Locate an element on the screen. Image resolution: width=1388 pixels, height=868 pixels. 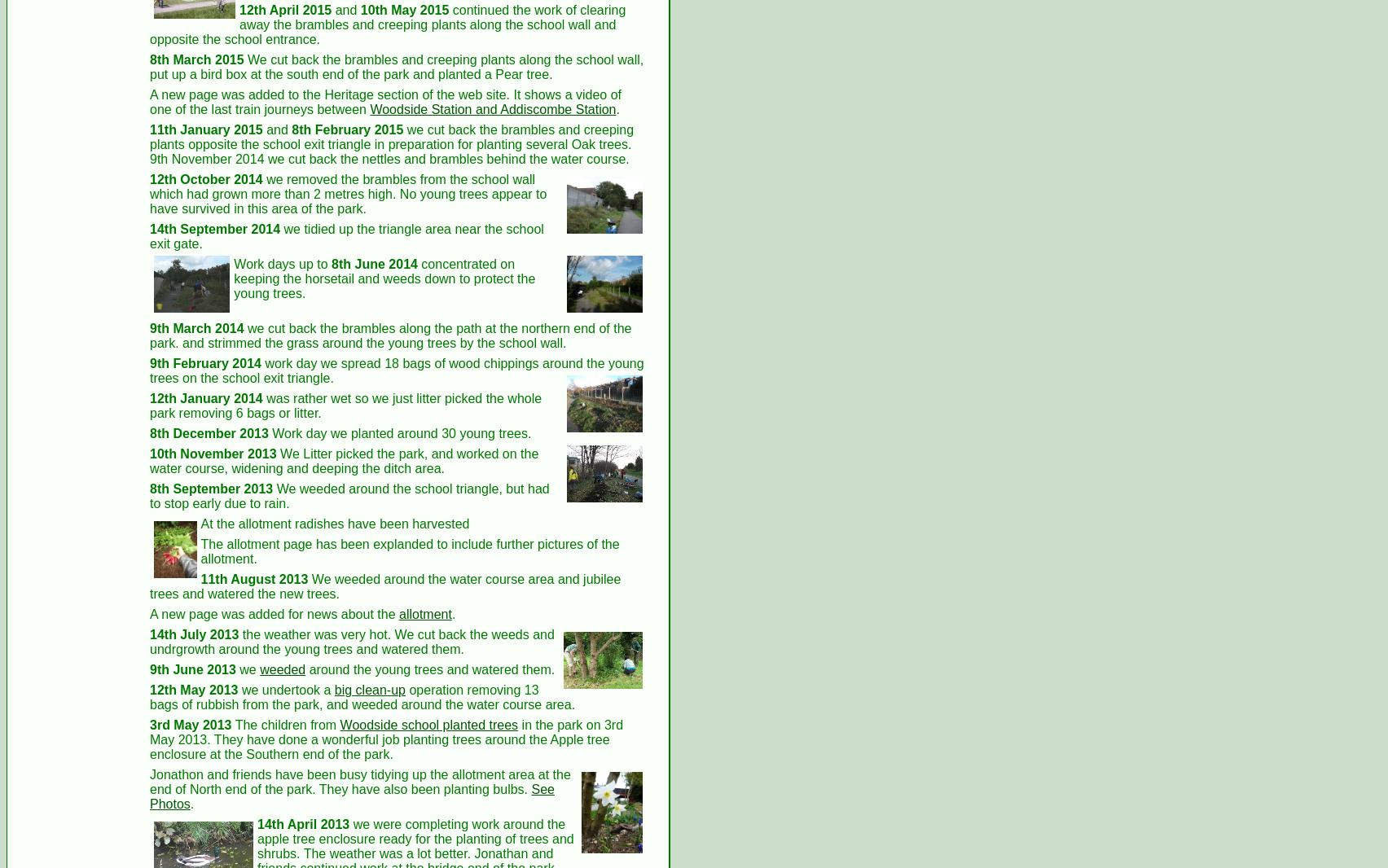
'we' is located at coordinates (246, 669).